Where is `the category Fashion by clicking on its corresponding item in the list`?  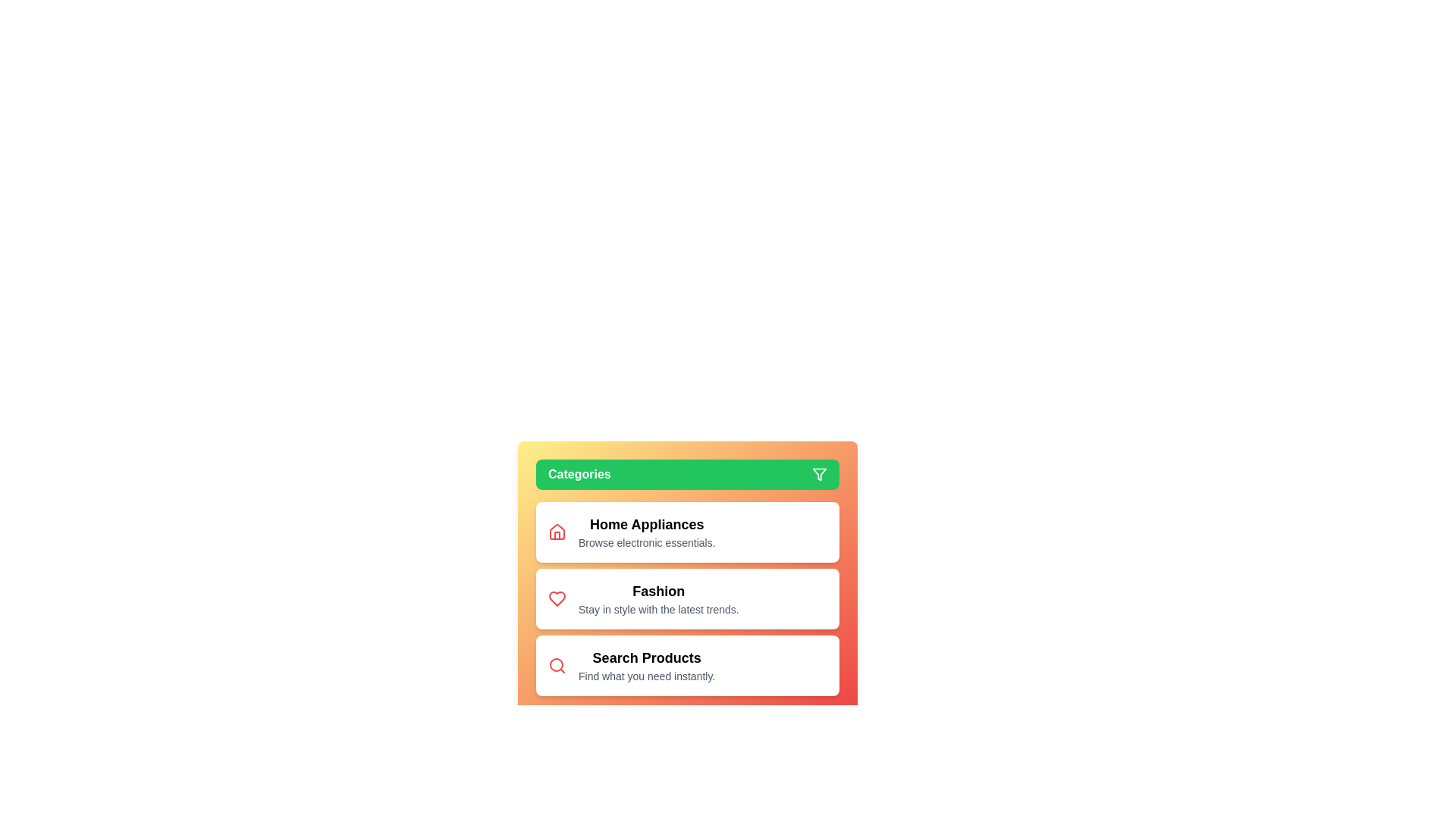 the category Fashion by clicking on its corresponding item in the list is located at coordinates (687, 598).